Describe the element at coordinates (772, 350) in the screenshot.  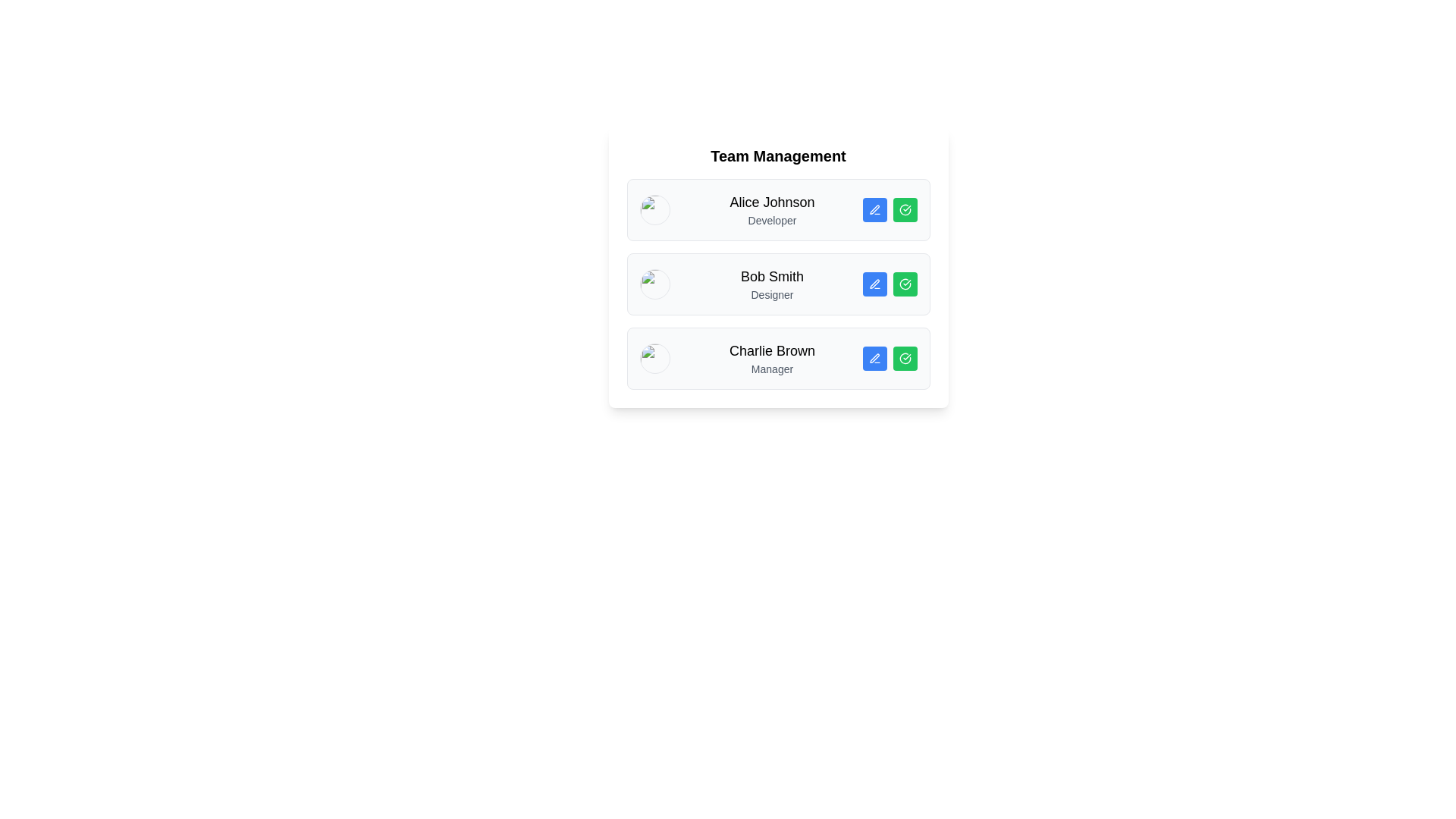
I see `the text label displaying 'Charlie Brown' which indicates a role or status above the text 'Manager' for potential interaction` at that location.